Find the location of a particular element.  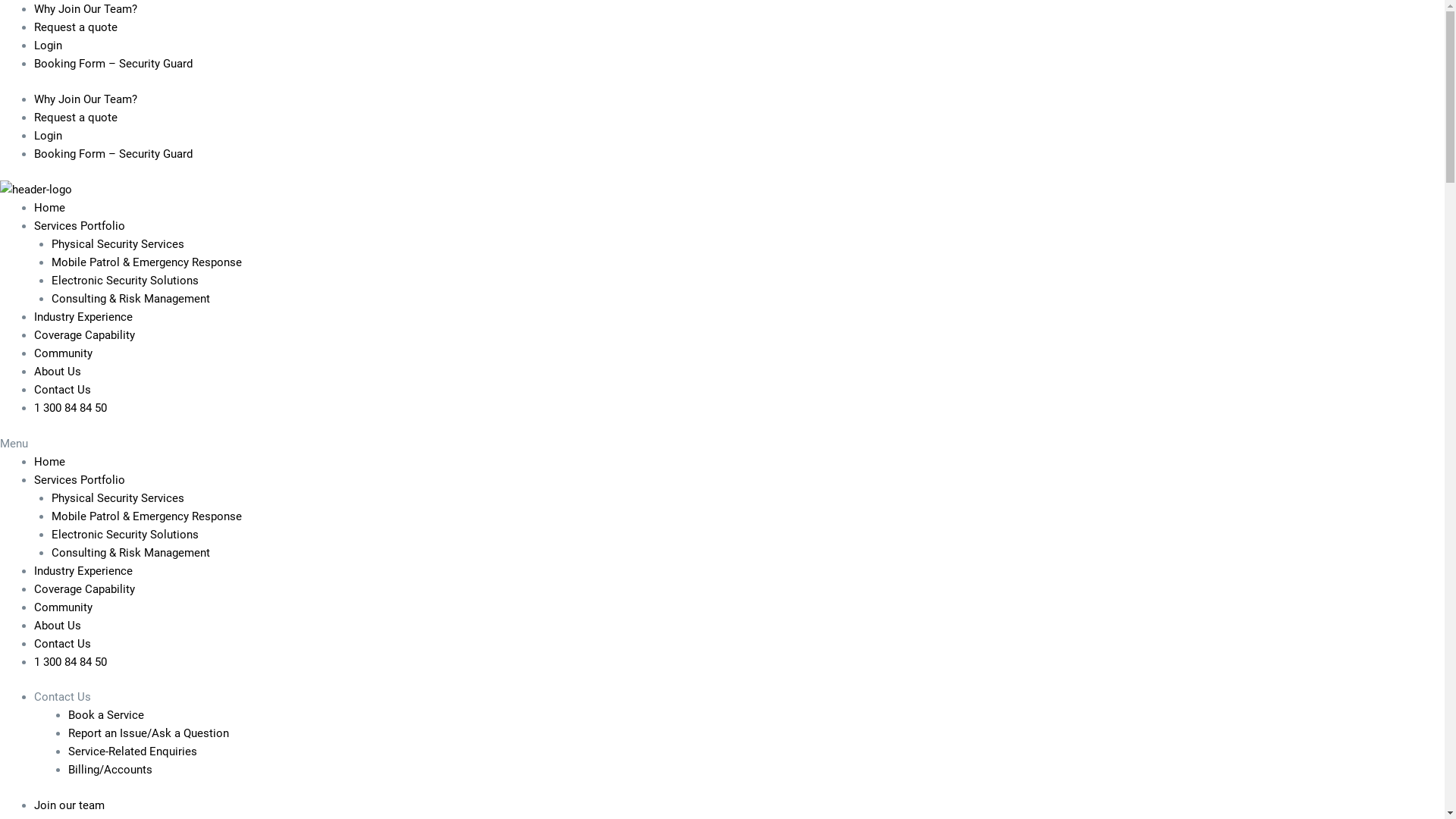

'Physical Security Services' is located at coordinates (51, 497).